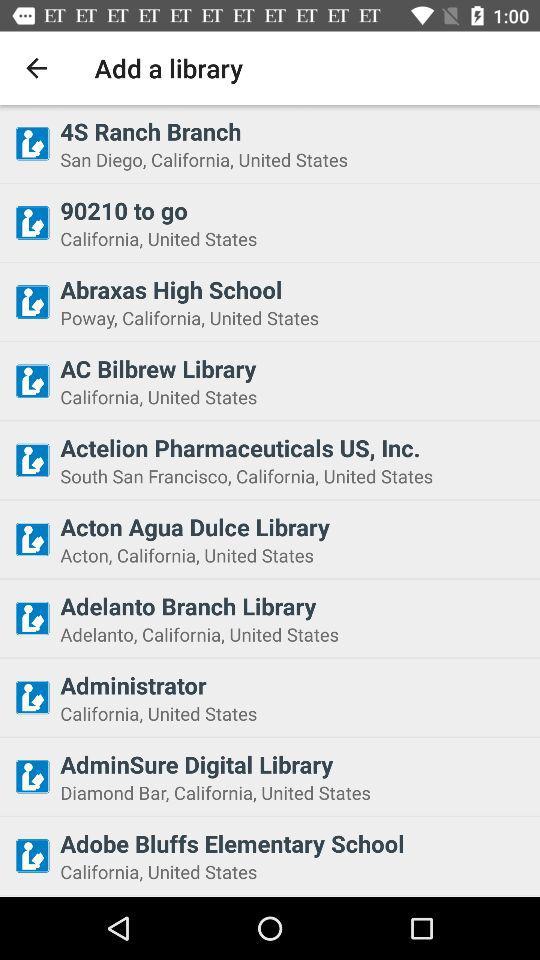 This screenshot has width=540, height=960. What do you see at coordinates (293, 605) in the screenshot?
I see `adelanto branch library item` at bounding box center [293, 605].